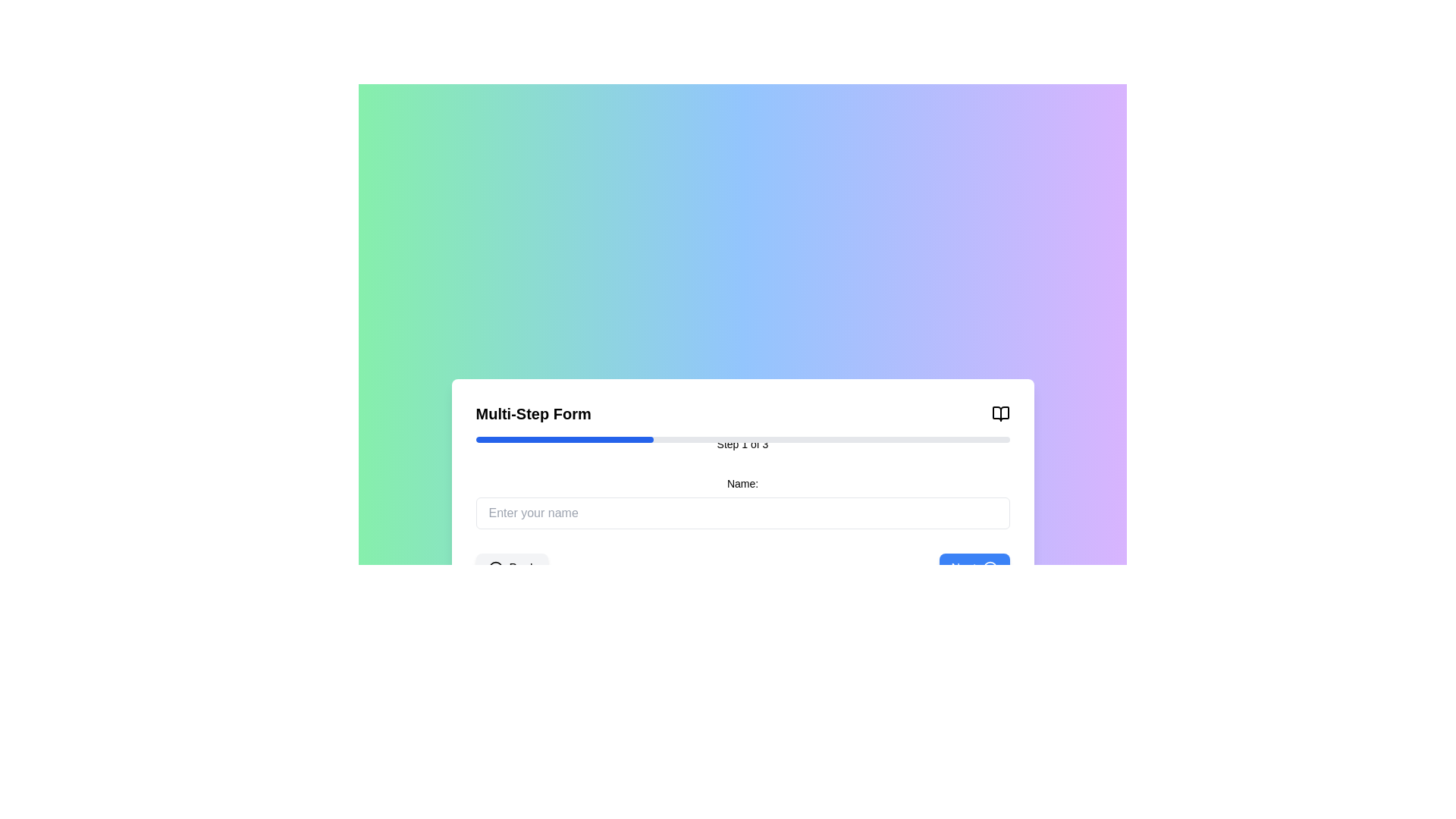 The height and width of the screenshot is (819, 1456). What do you see at coordinates (533, 414) in the screenshot?
I see `the text label indicating the multi-step form, positioned at the leftmost part of the header section` at bounding box center [533, 414].